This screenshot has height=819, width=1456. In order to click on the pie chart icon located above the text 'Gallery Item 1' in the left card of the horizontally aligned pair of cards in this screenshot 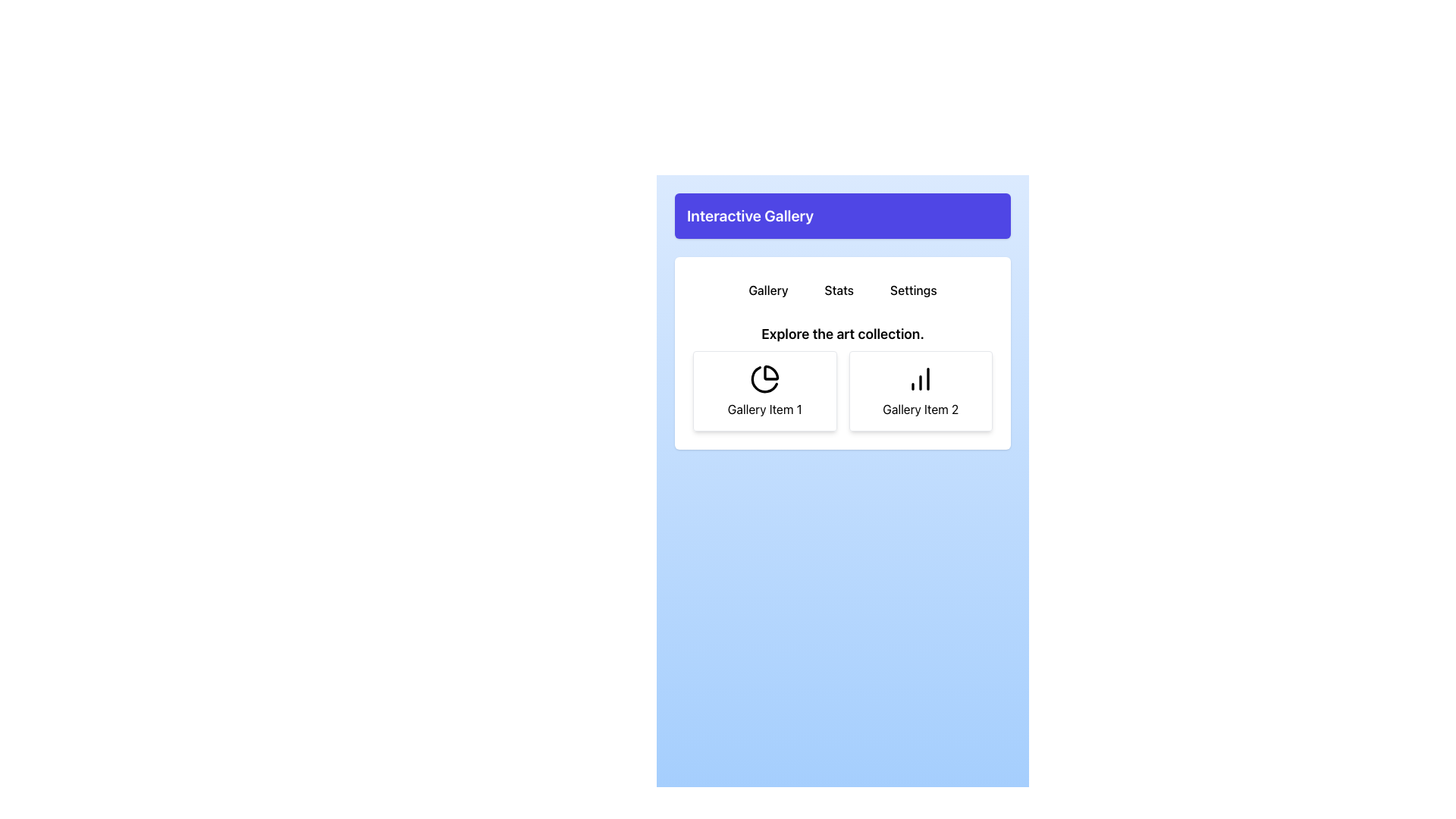, I will do `click(764, 378)`.